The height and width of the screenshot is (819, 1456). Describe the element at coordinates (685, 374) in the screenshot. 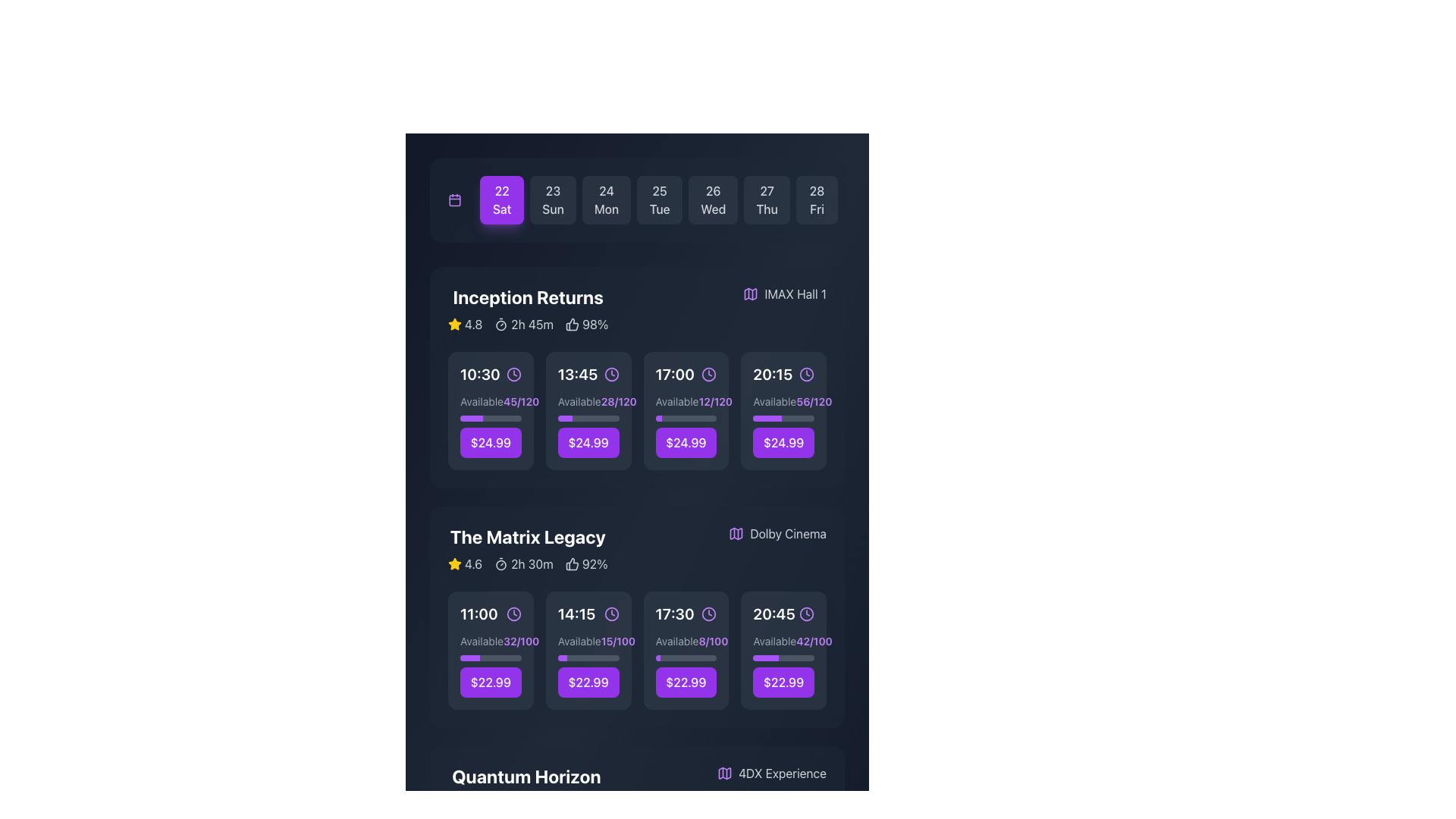

I see `displayed time from the third time slot in the 'Inception Returns' section, which represents a selectable event time` at that location.